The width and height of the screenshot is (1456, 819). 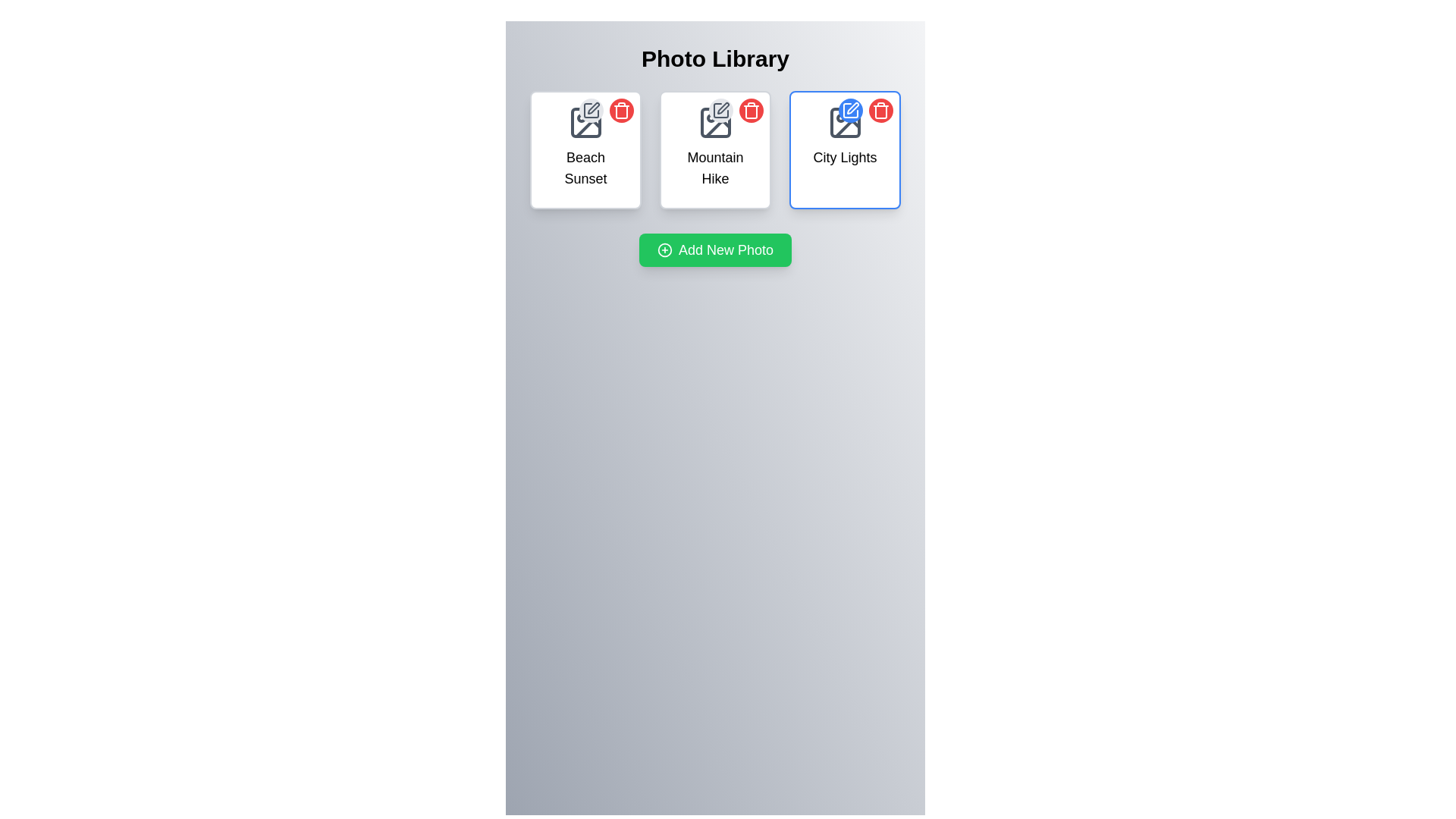 I want to click on the delete button icon in the top-right corner of the 'City Lights' photo card, so click(x=751, y=110).